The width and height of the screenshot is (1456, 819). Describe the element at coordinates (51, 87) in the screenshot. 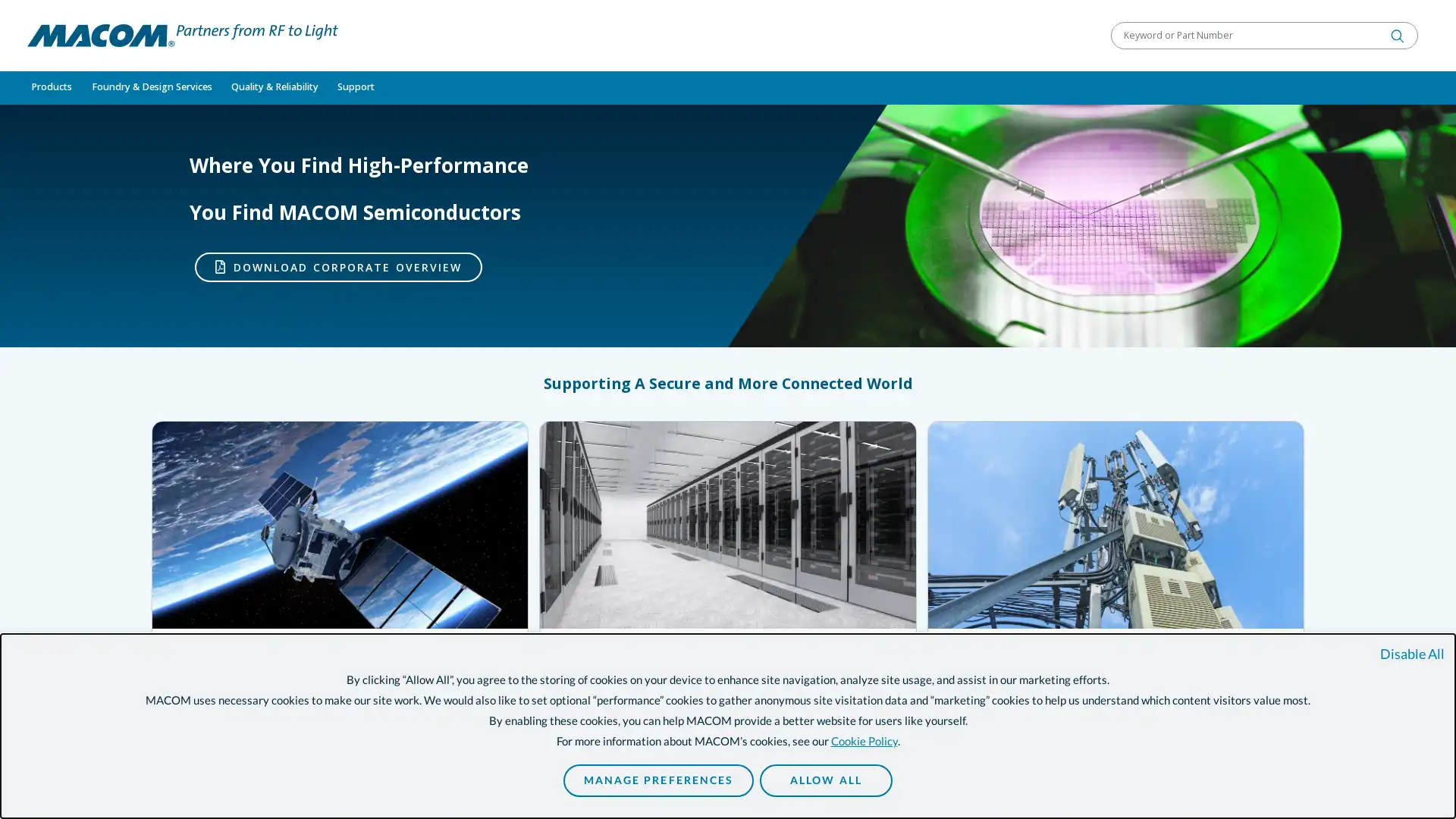

I see `Products` at that location.